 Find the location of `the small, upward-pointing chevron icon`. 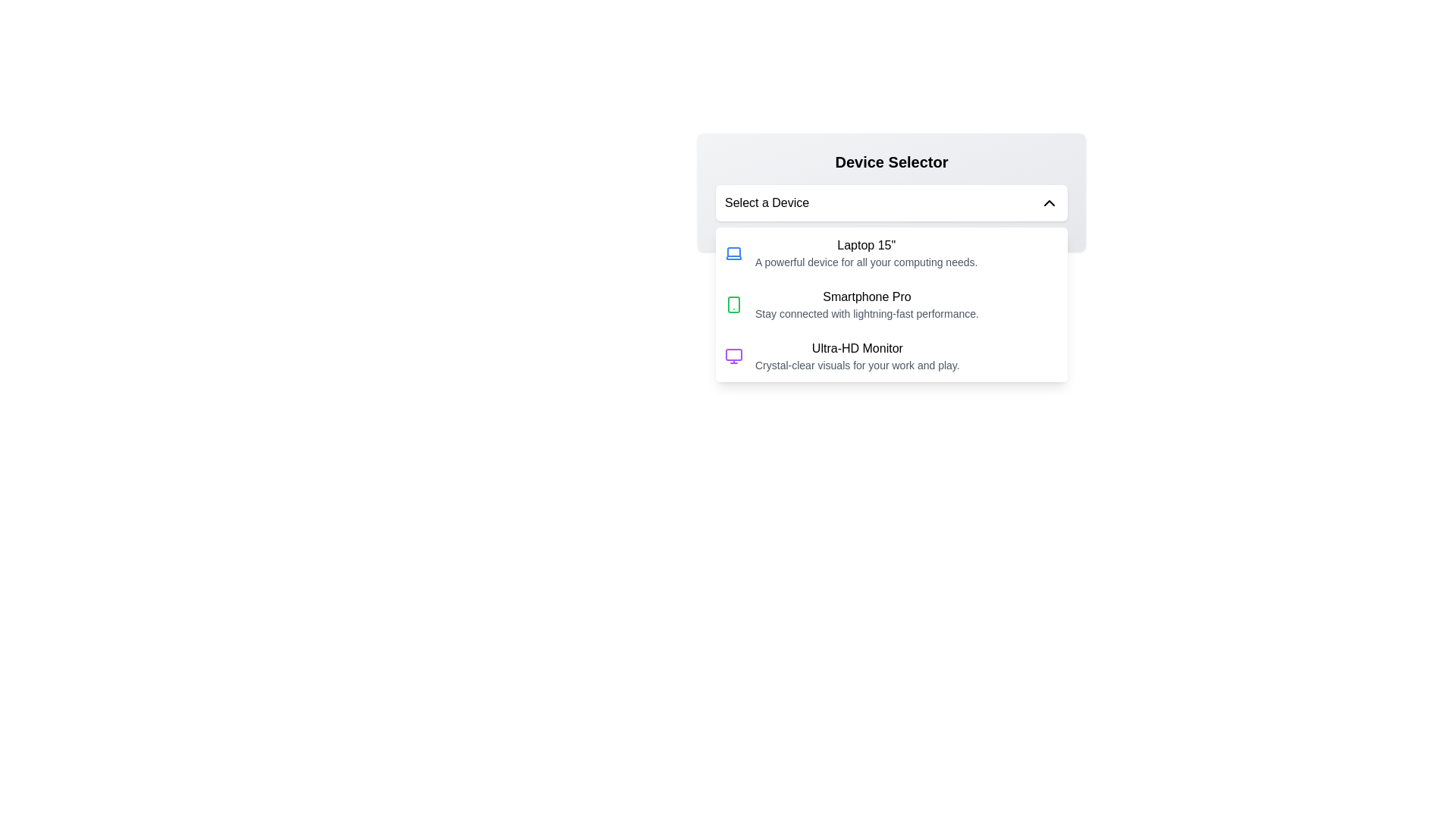

the small, upward-pointing chevron icon is located at coordinates (1048, 202).